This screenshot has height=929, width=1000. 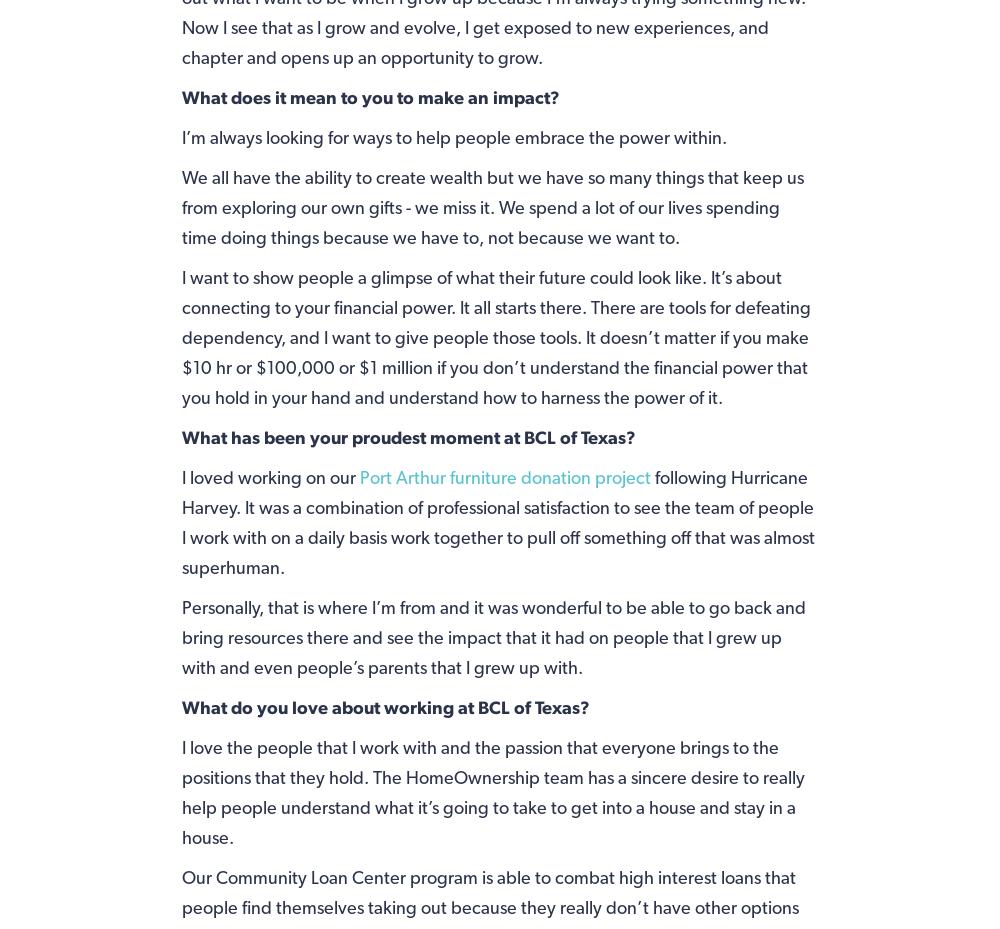 What do you see at coordinates (496, 521) in the screenshot?
I see `'following Hurricane Harvey. It was a combination of professional satisfaction to see the team of people I work with on a daily basis work together to pull off something off that was almost superhuman.'` at bounding box center [496, 521].